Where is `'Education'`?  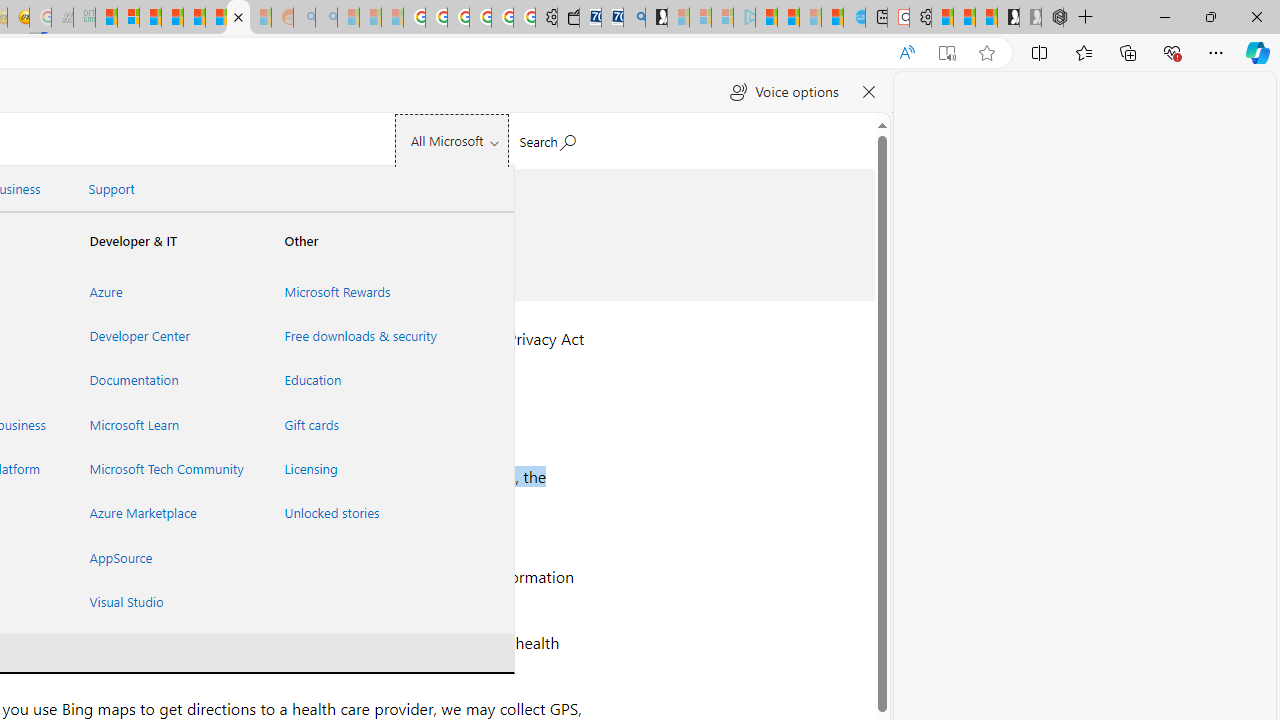
'Education' is located at coordinates (357, 380).